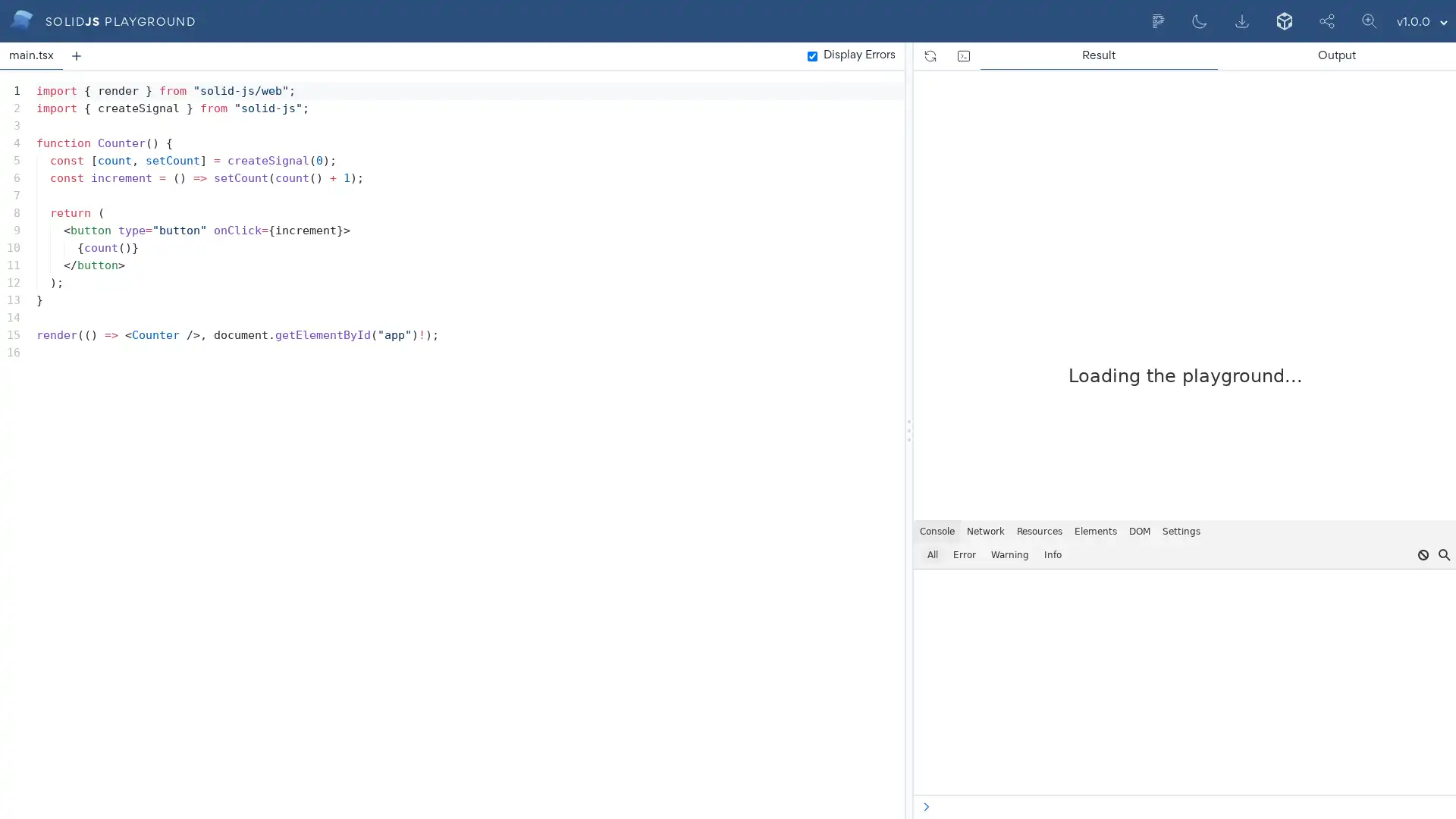 The image size is (1456, 819). Describe the element at coordinates (1369, 20) in the screenshot. I see `Scale Editor` at that location.